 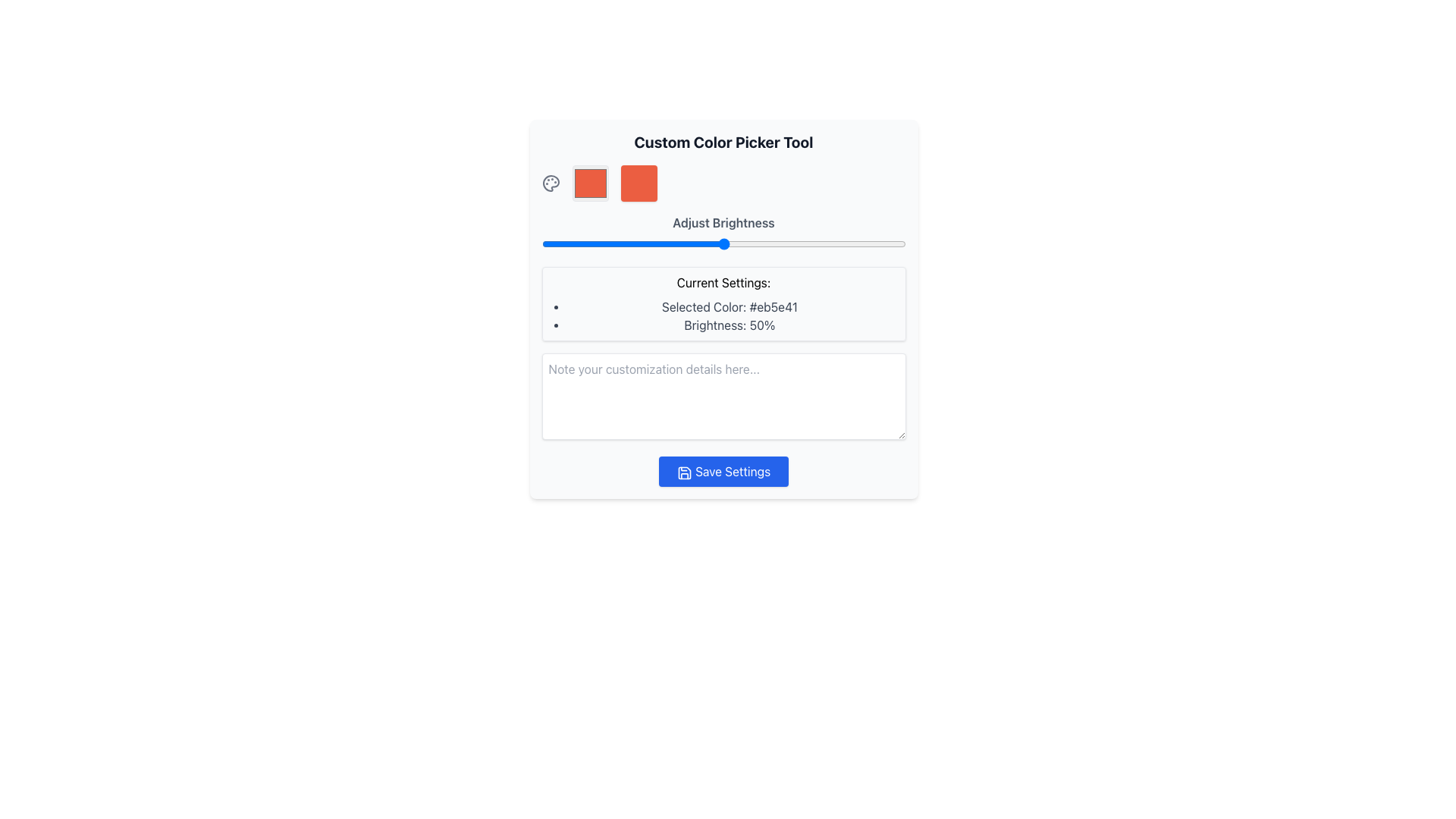 I want to click on the Text Label that displays the currently selected color in hexadecimal format, located in the 'Current Settings' section of the interface, so click(x=730, y=307).